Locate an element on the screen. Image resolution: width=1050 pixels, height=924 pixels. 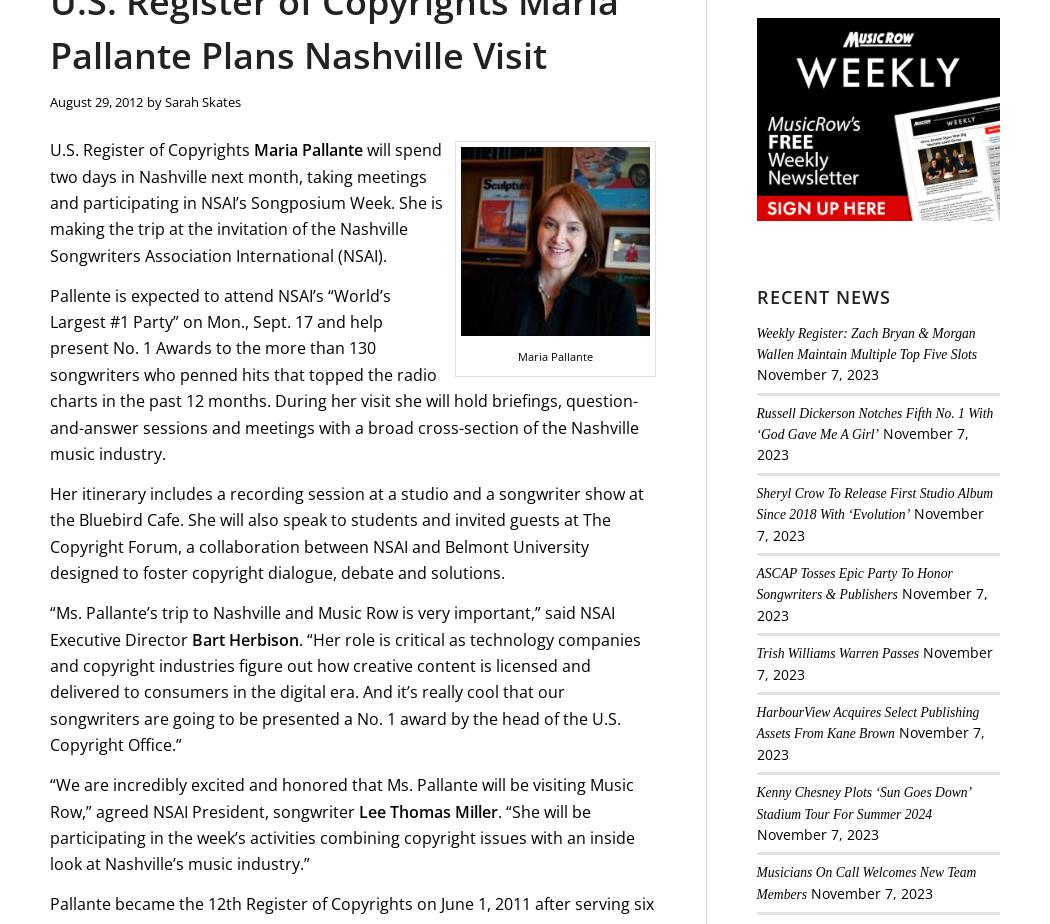
'Trish Williams Warren Passes' is located at coordinates (837, 653).